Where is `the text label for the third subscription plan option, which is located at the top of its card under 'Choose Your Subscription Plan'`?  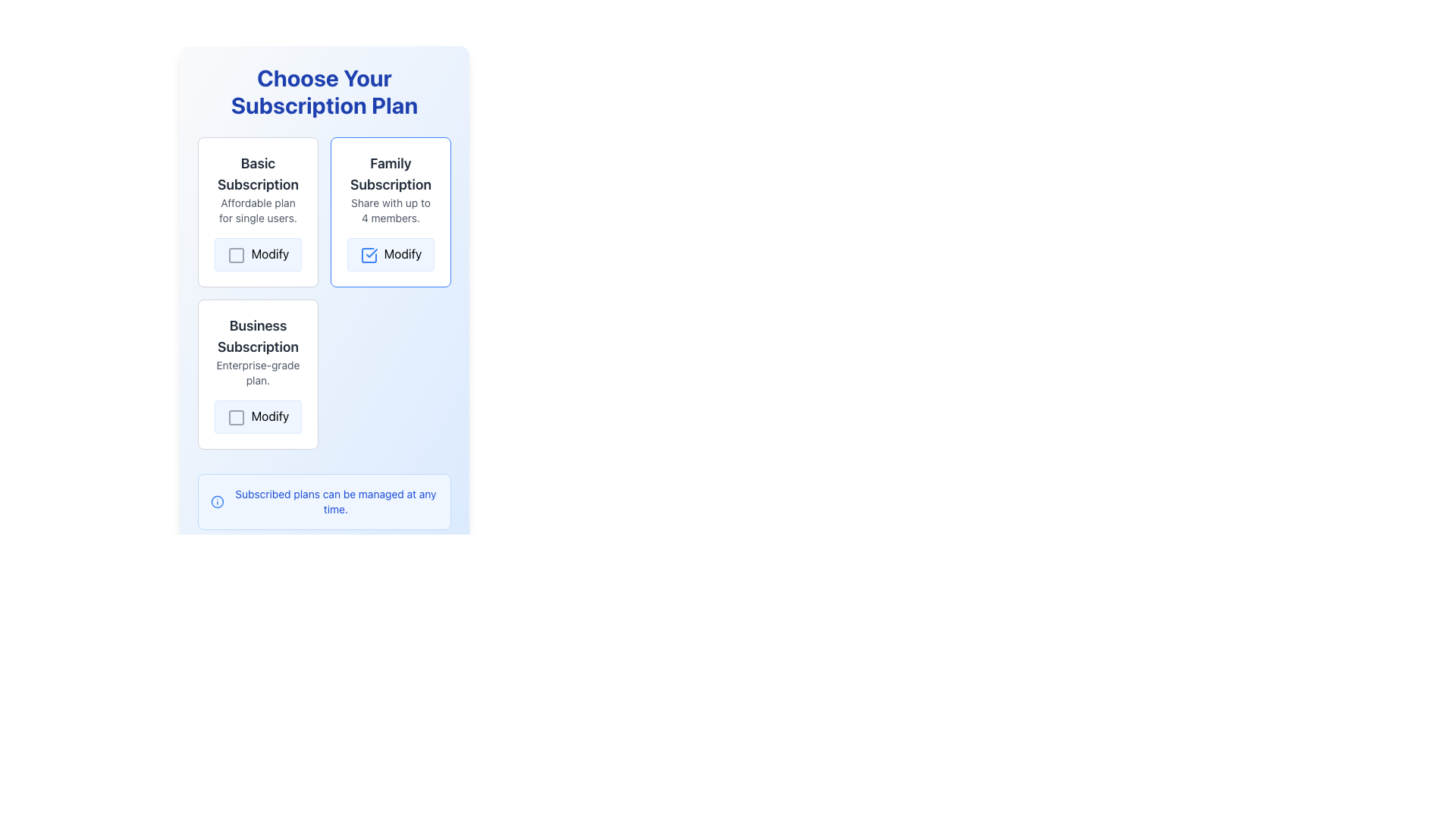
the text label for the third subscription plan option, which is located at the top of its card under 'Choose Your Subscription Plan' is located at coordinates (258, 335).